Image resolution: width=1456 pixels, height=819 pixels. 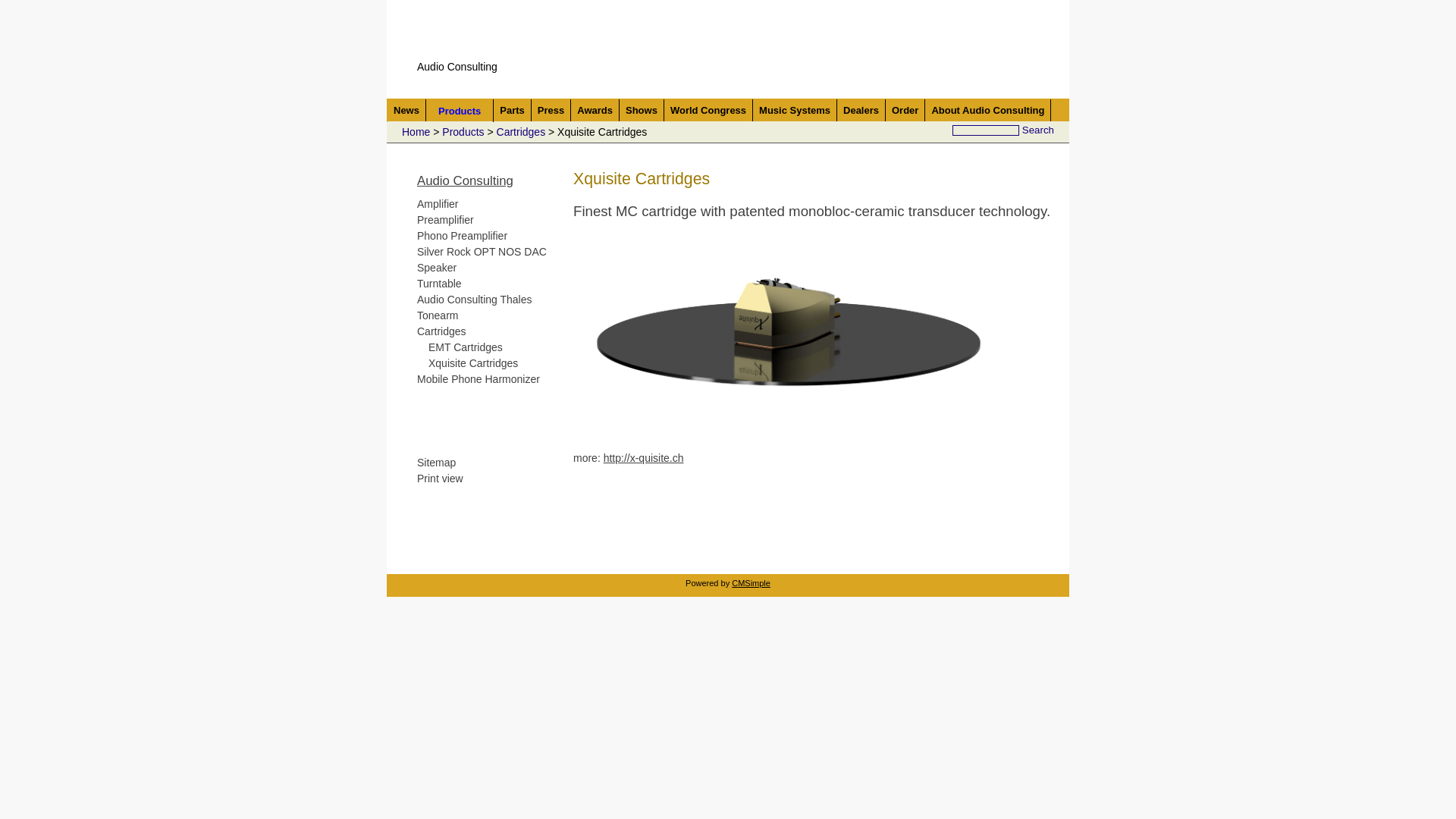 I want to click on 'Press', so click(x=550, y=109).